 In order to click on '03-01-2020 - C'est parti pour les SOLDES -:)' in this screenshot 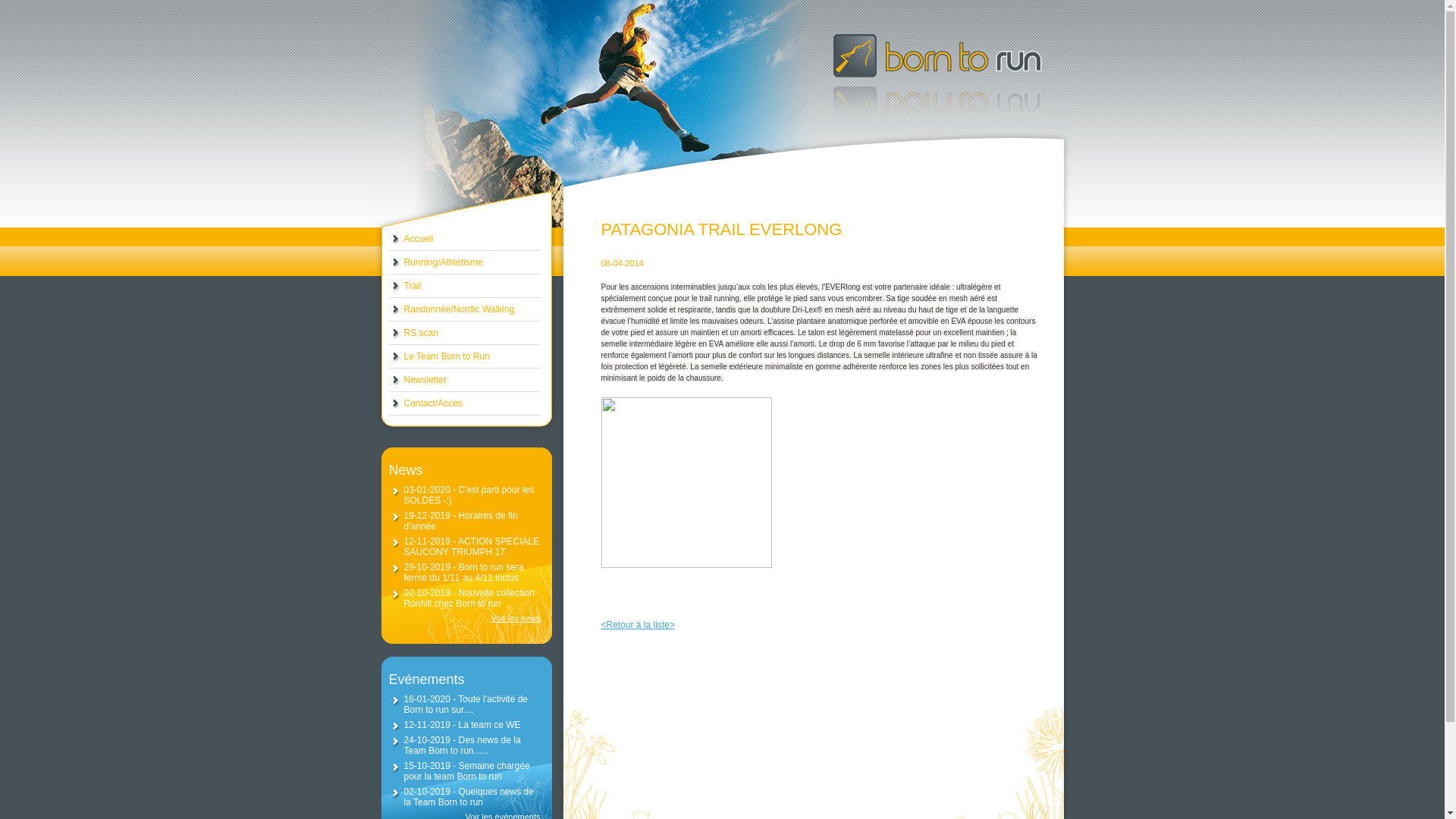, I will do `click(468, 494)`.